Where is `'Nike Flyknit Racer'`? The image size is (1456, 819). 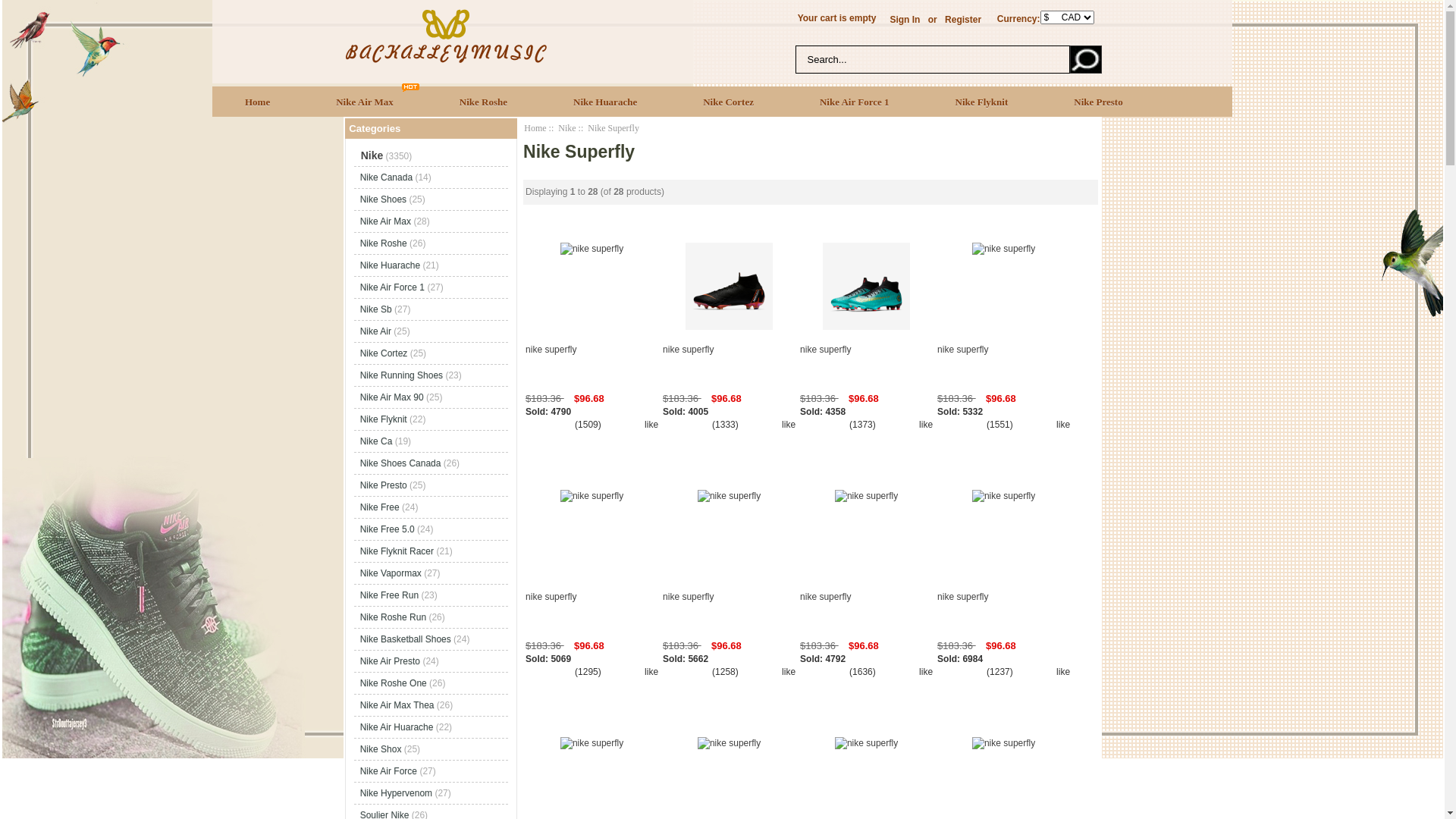 'Nike Flyknit Racer' is located at coordinates (397, 551).